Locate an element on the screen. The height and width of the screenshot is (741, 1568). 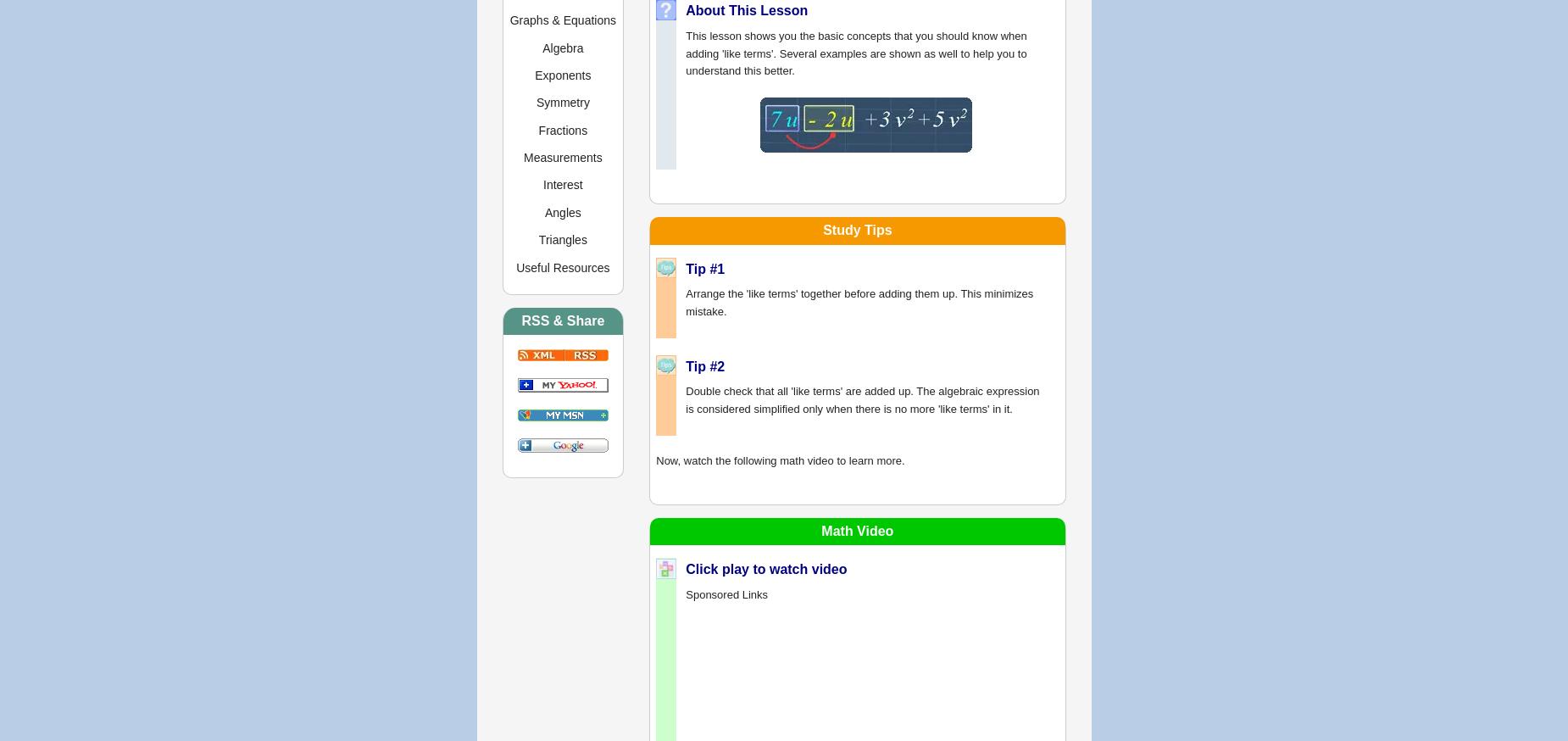
'Fractions' is located at coordinates (562, 129).